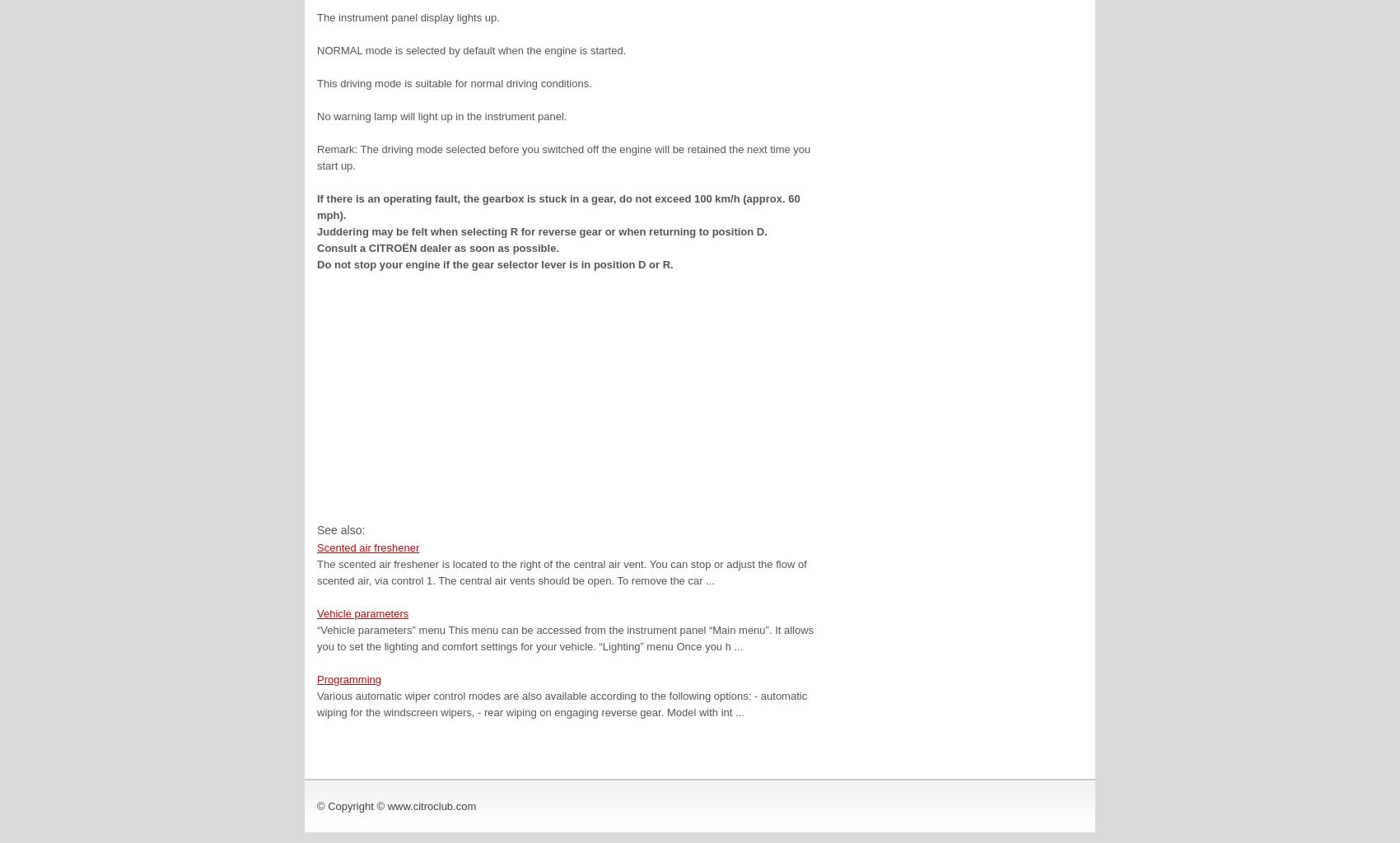  What do you see at coordinates (367, 547) in the screenshot?
I see `'Scented air freshener'` at bounding box center [367, 547].